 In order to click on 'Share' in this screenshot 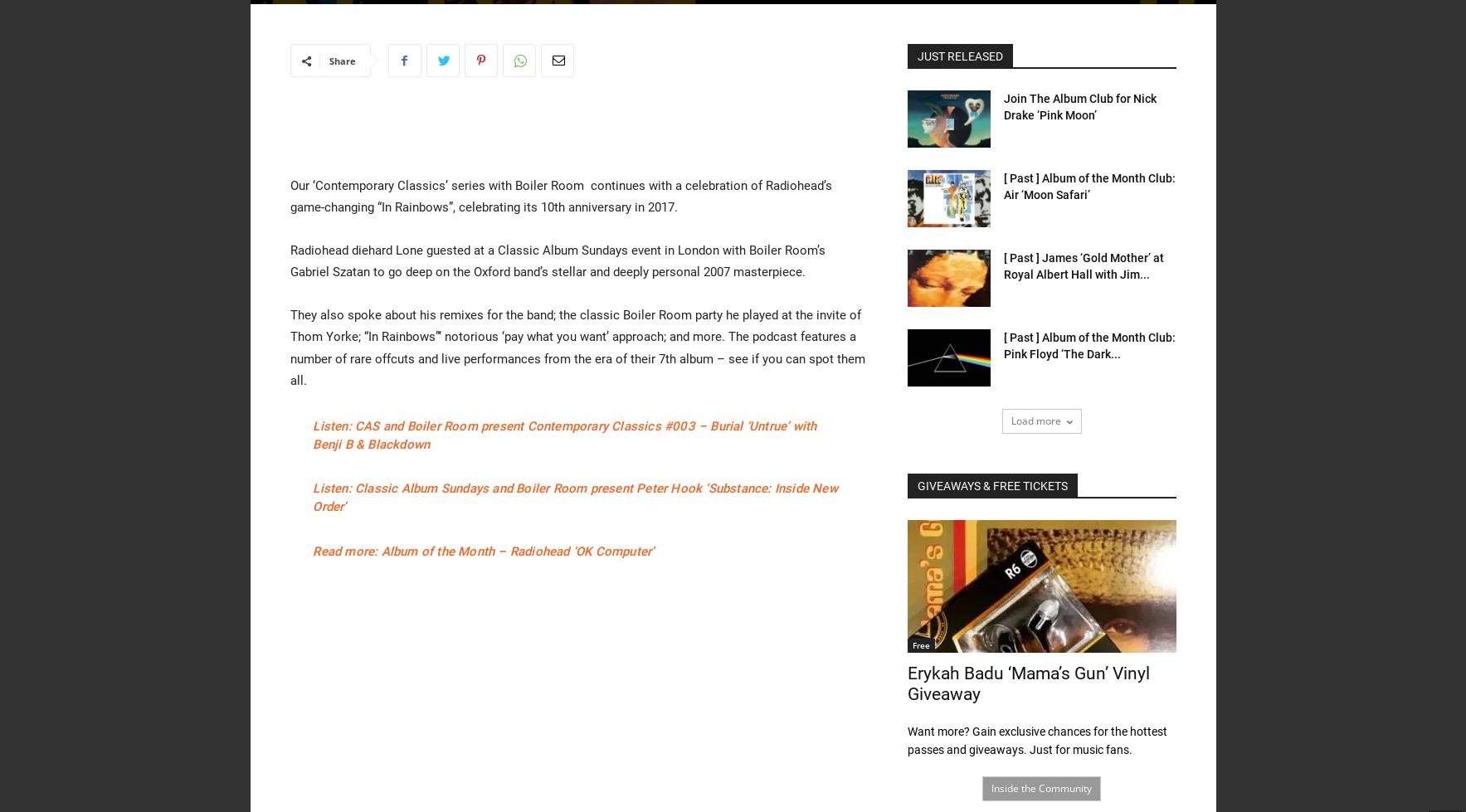, I will do `click(342, 61)`.